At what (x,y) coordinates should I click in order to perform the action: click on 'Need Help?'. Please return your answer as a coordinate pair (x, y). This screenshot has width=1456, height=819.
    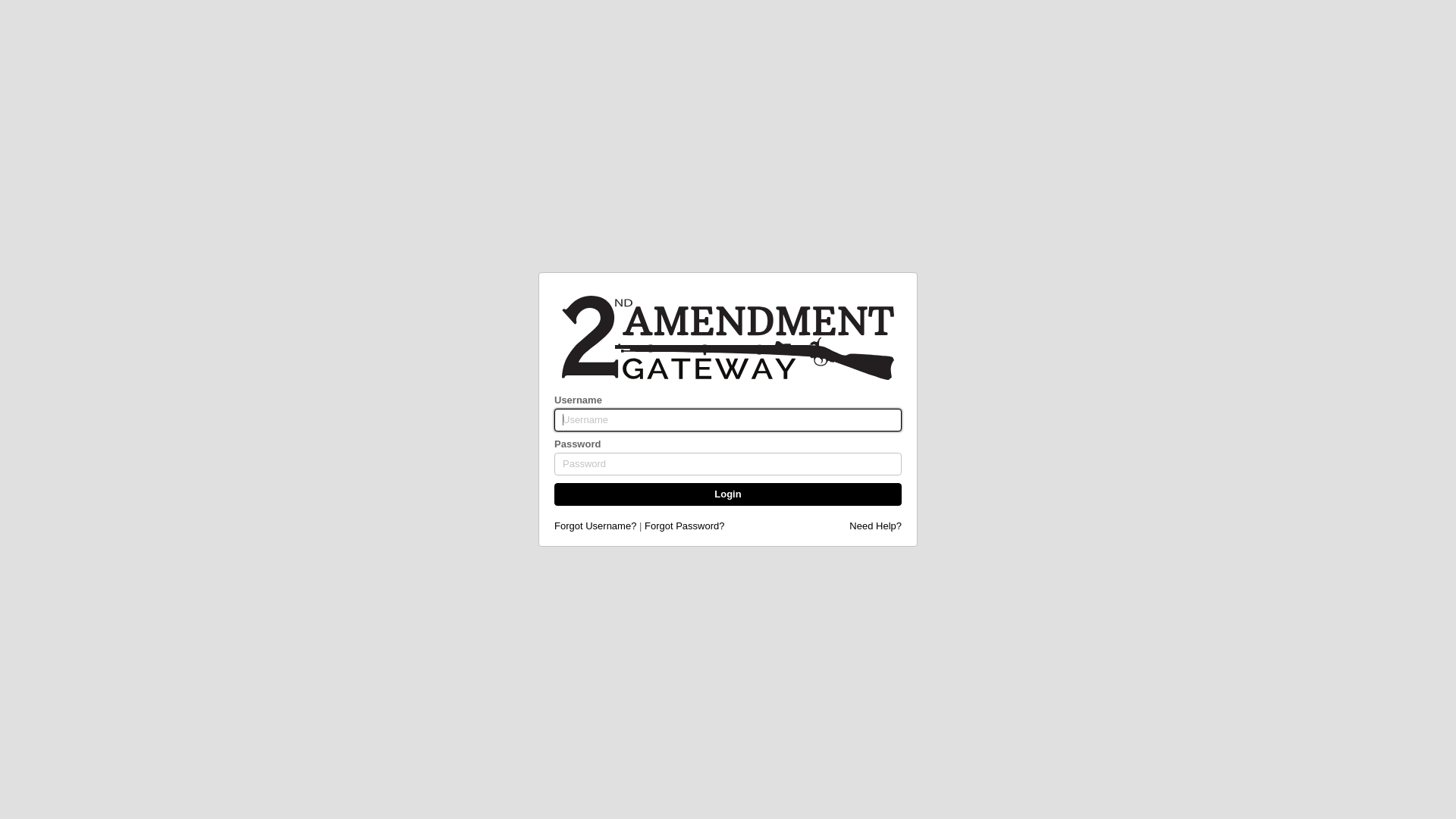
    Looking at the image, I should click on (875, 525).